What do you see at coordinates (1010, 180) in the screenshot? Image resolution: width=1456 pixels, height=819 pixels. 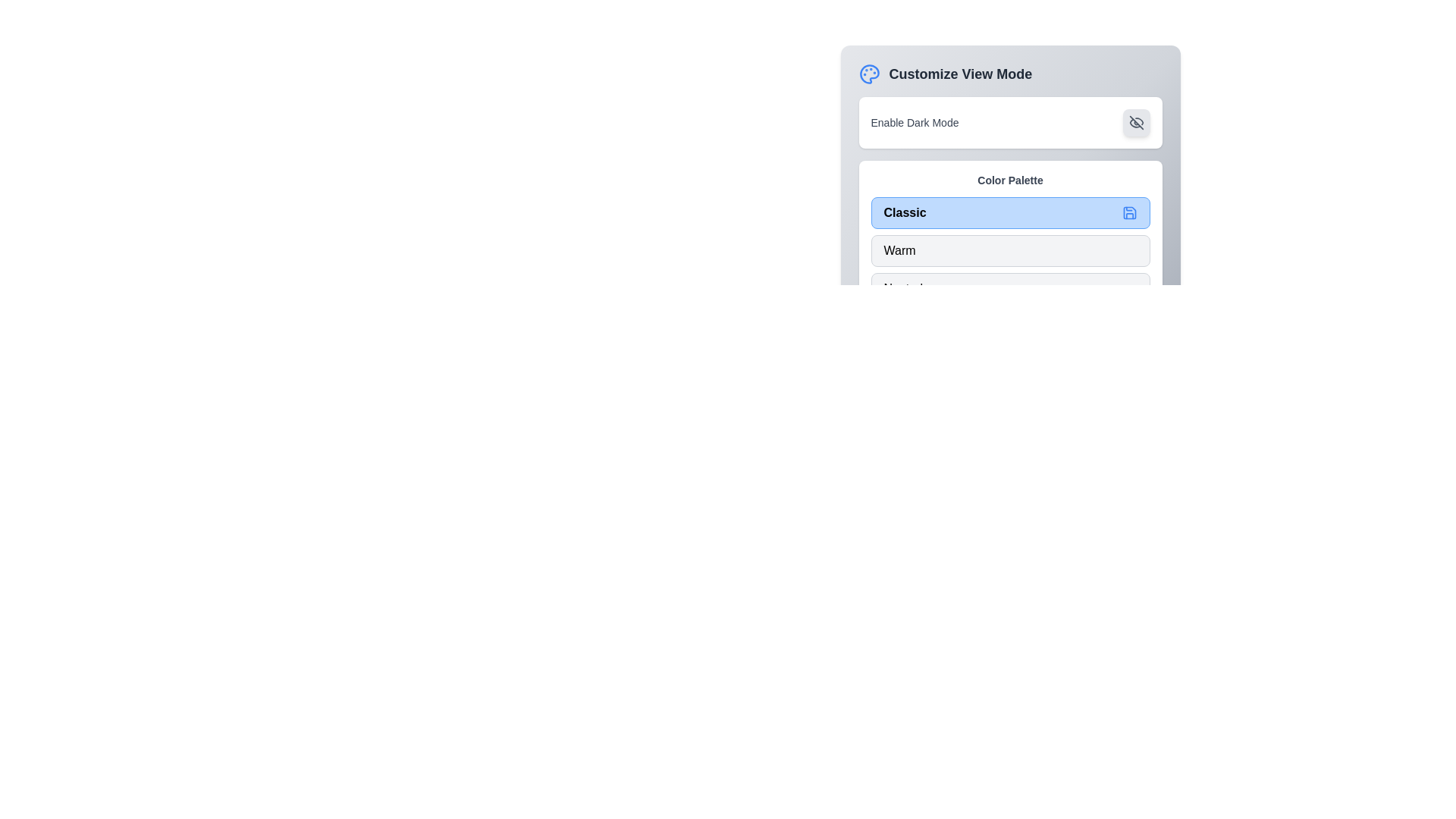 I see `the 'Color Palette' label, which is styled in a smaller size font and bold text, positioned above the selection of color themes` at bounding box center [1010, 180].